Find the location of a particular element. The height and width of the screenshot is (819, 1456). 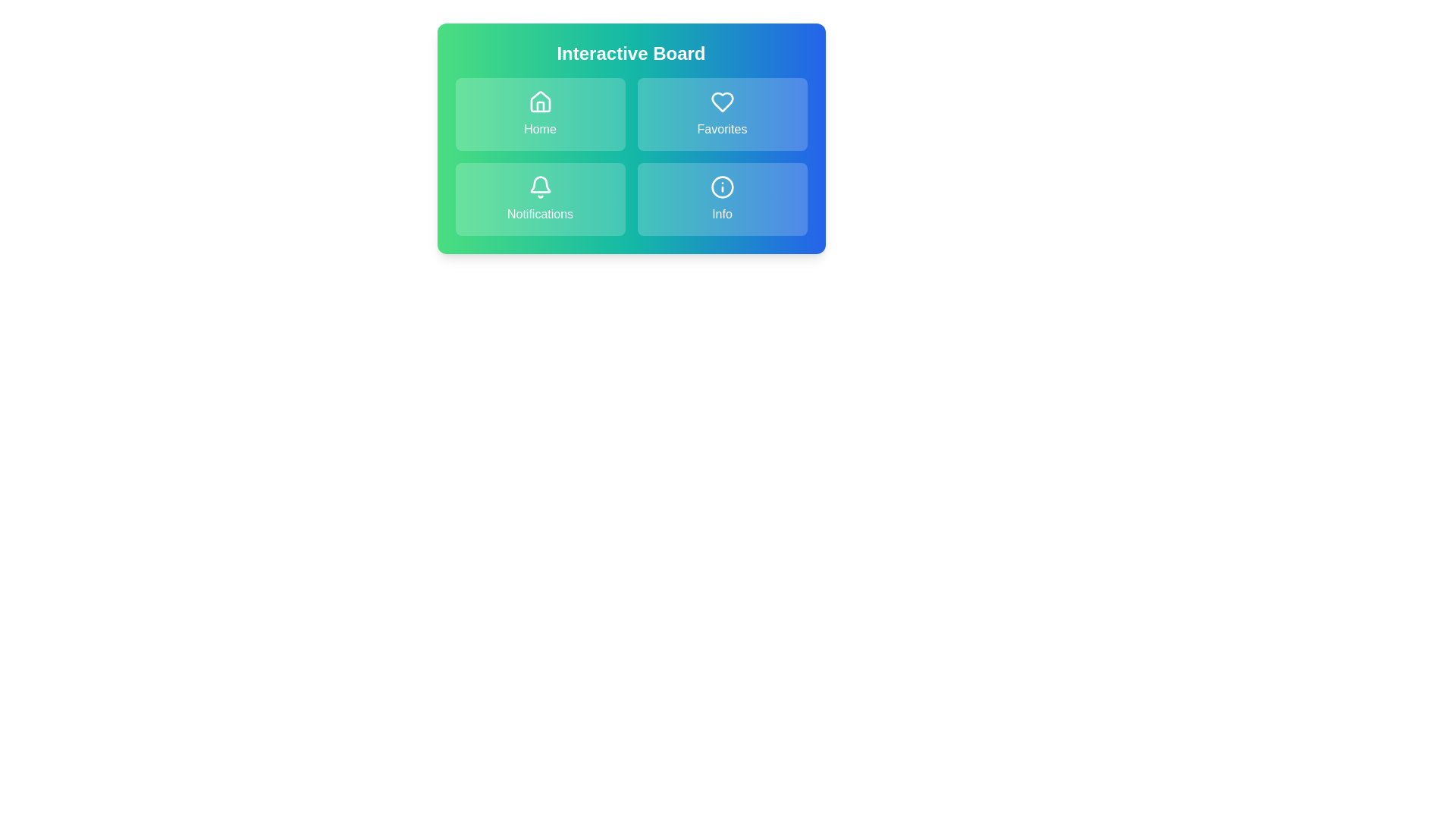

the house icon located in the top-left button of the two-by-two grid beneath the title 'Interactive Board', which is part of the 'Home' block is located at coordinates (540, 102).